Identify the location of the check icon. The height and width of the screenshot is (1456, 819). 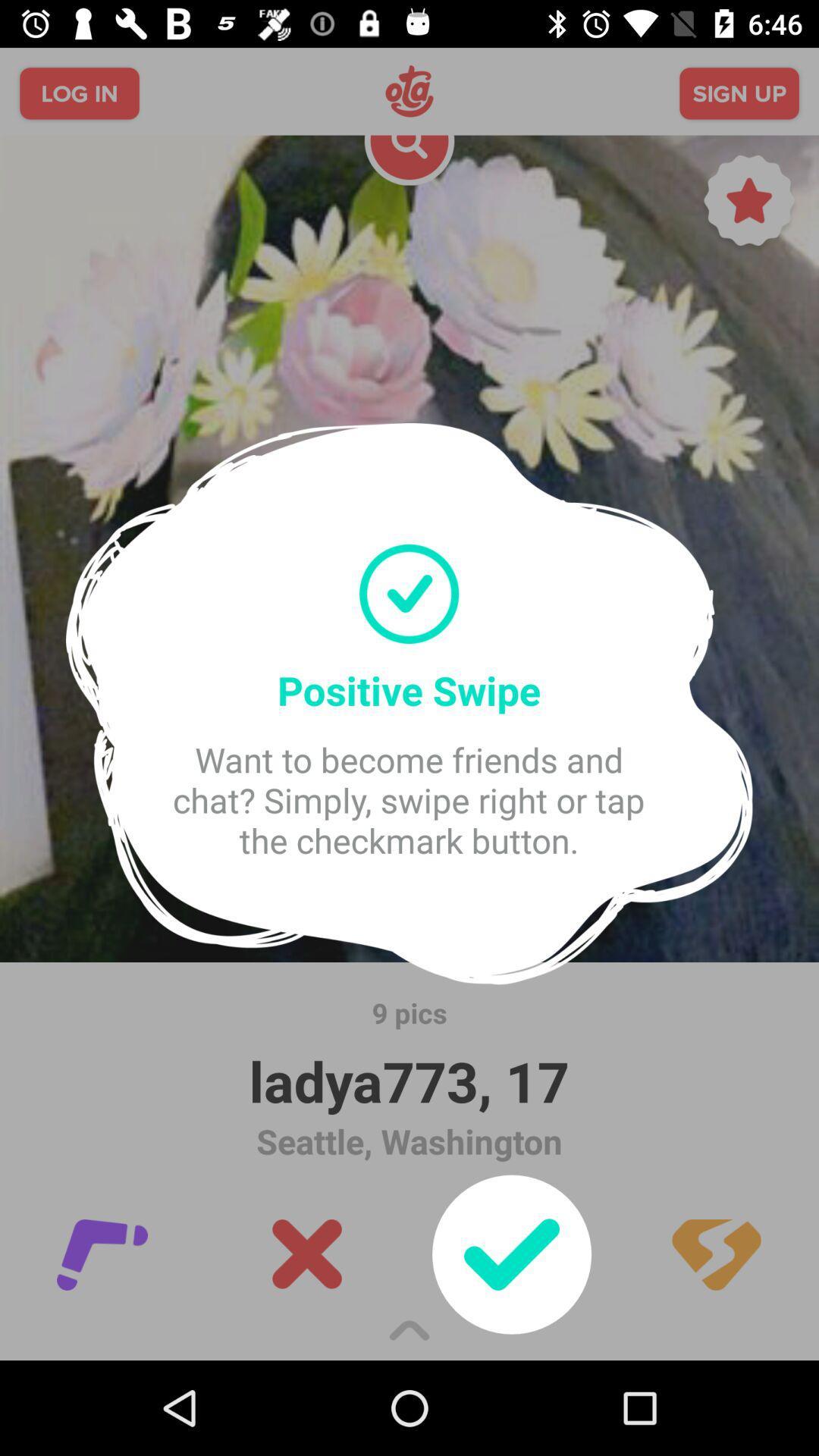
(512, 1254).